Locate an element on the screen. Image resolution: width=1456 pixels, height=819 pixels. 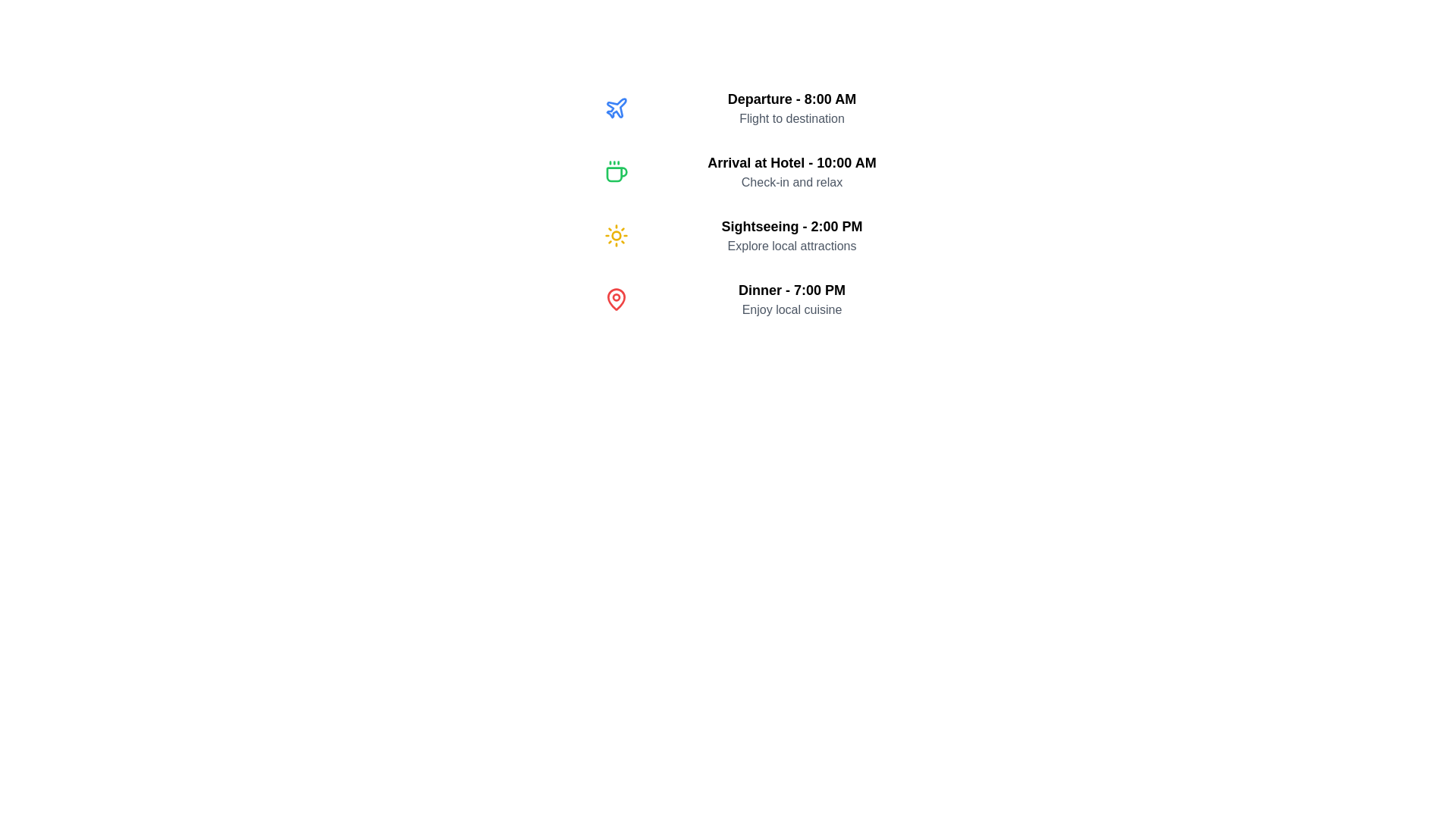
the static item containing the yellow sun icon and text 'Sightseeing - 2:00 PM', which is the third entry in a vertical list of scheduled activities is located at coordinates (773, 236).